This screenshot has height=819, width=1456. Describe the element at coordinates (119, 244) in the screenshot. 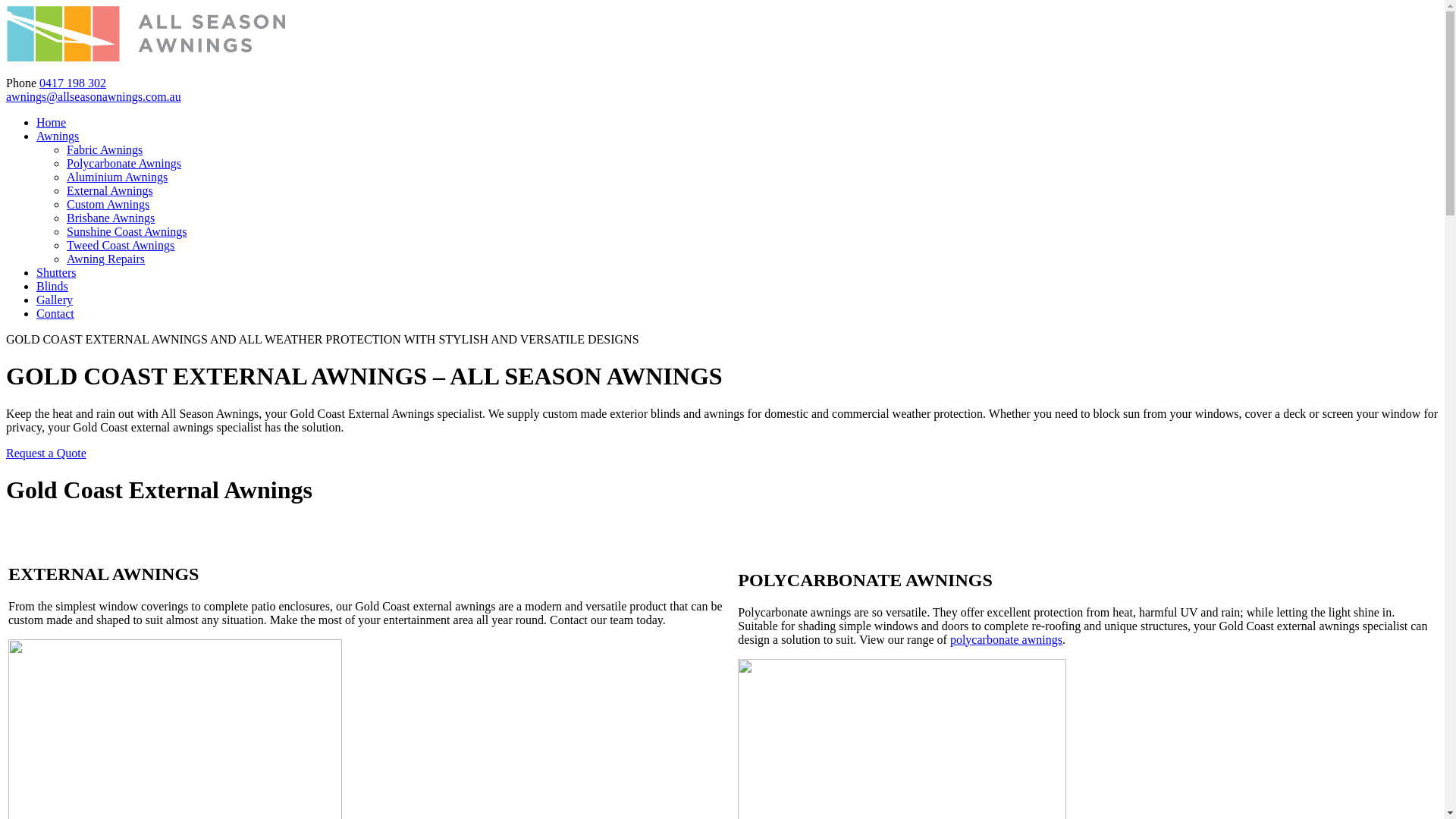

I see `'Tweed Coast Awnings'` at that location.